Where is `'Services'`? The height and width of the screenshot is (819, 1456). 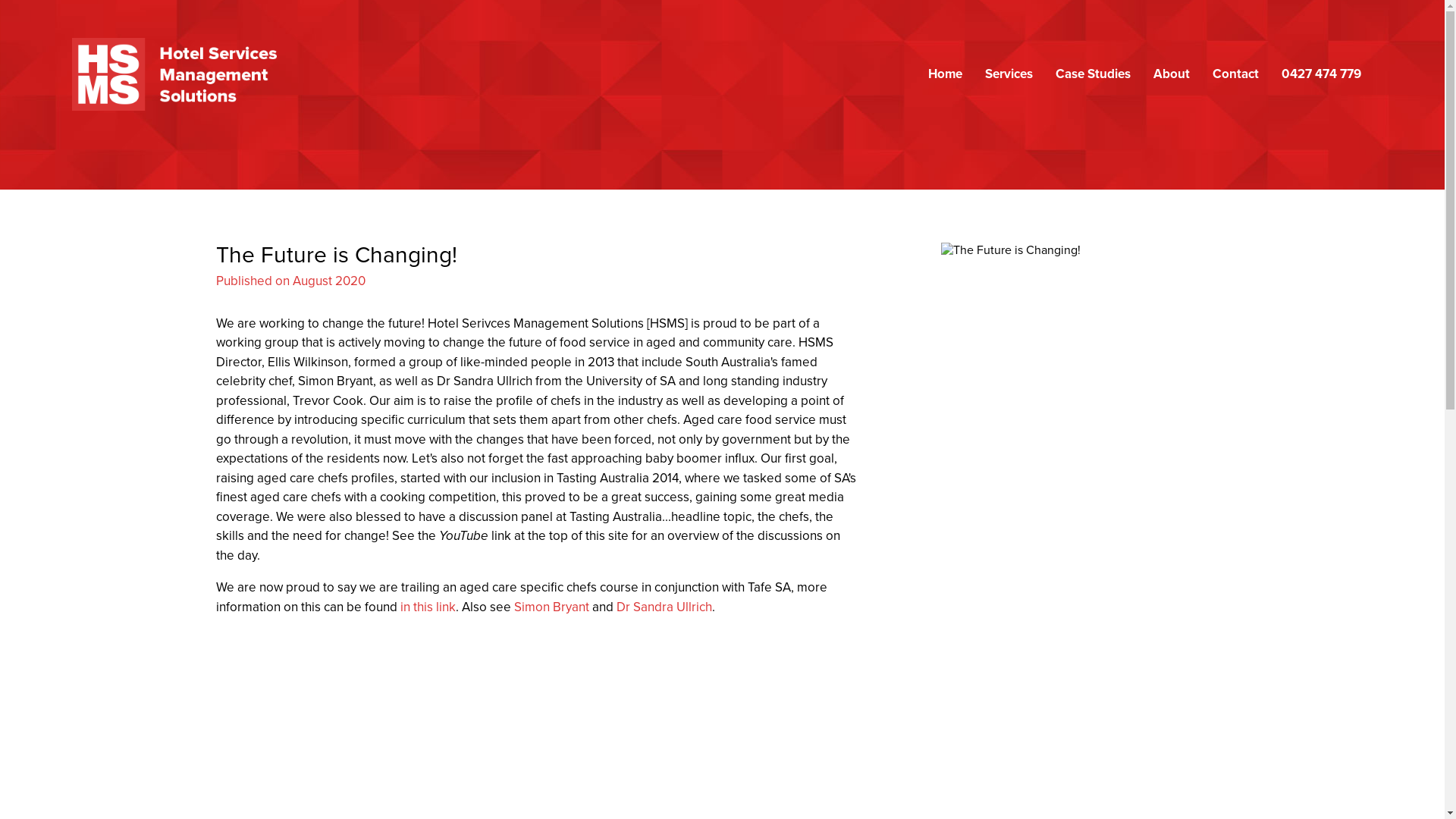
'Services' is located at coordinates (1009, 74).